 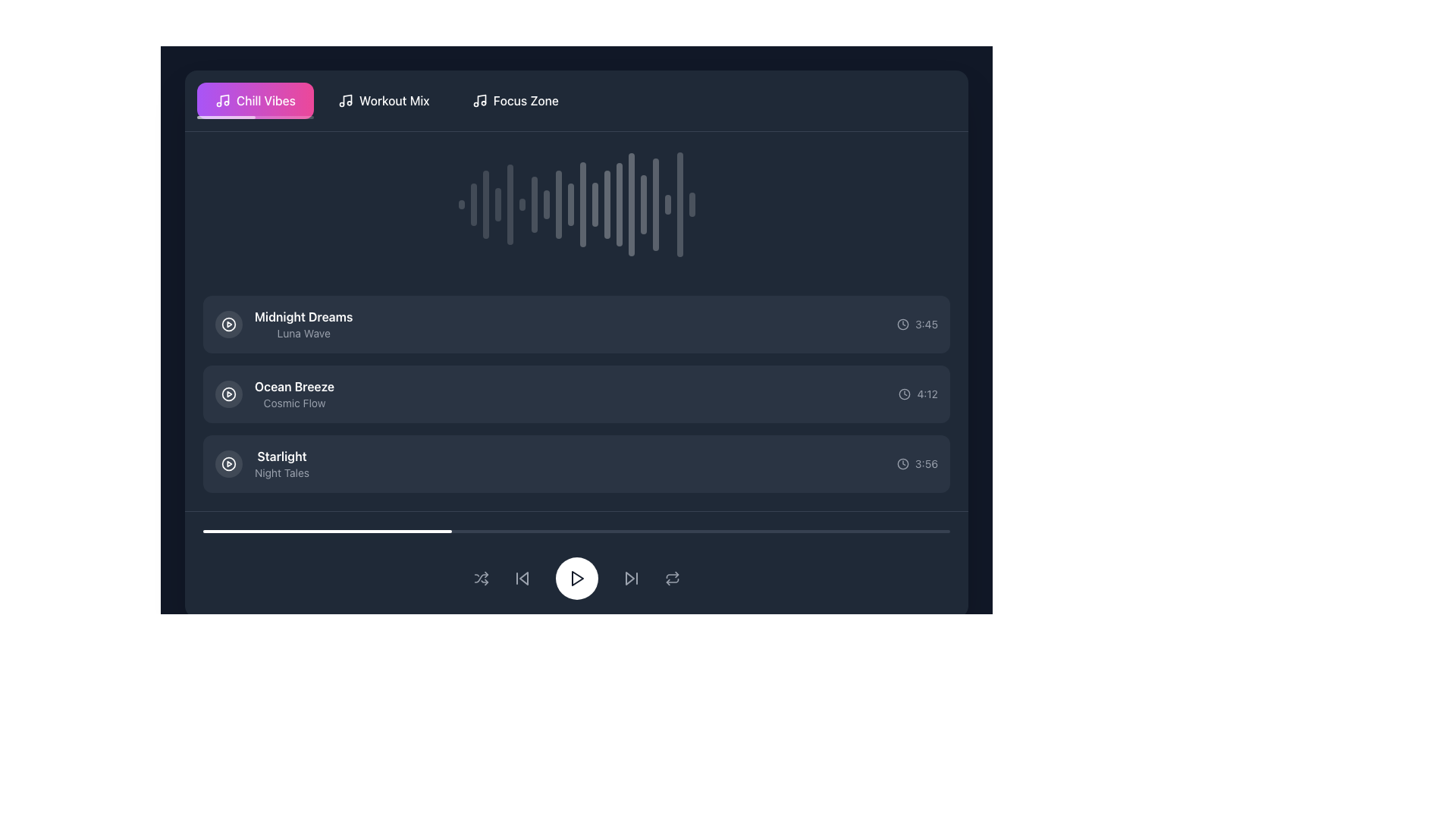 I want to click on the 16th vertical bar of the audio waveform representation, which visually indicates a segment of the audio signal amplitude, so click(x=643, y=205).